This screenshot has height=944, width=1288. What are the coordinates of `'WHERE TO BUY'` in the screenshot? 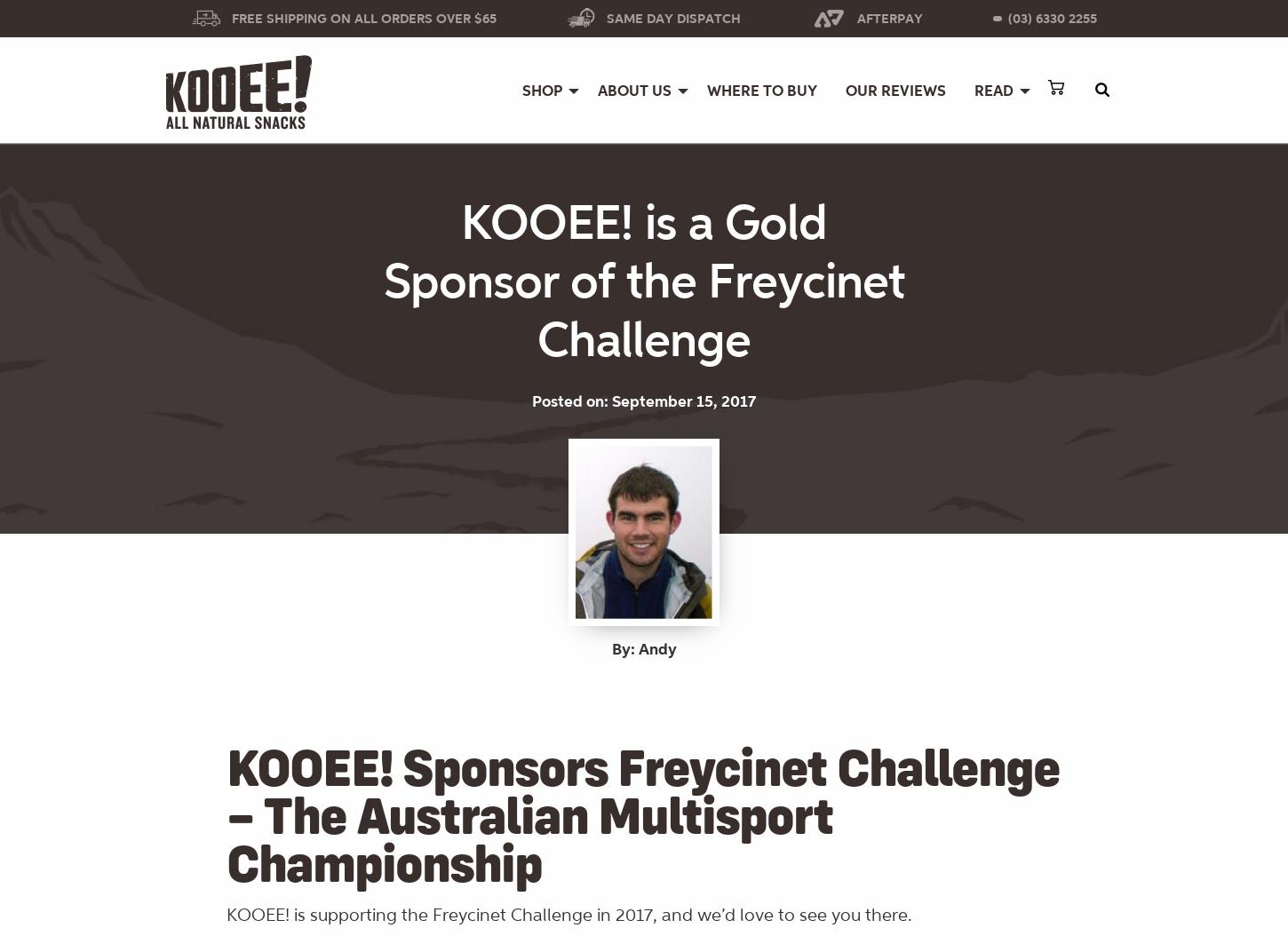 It's located at (760, 91).